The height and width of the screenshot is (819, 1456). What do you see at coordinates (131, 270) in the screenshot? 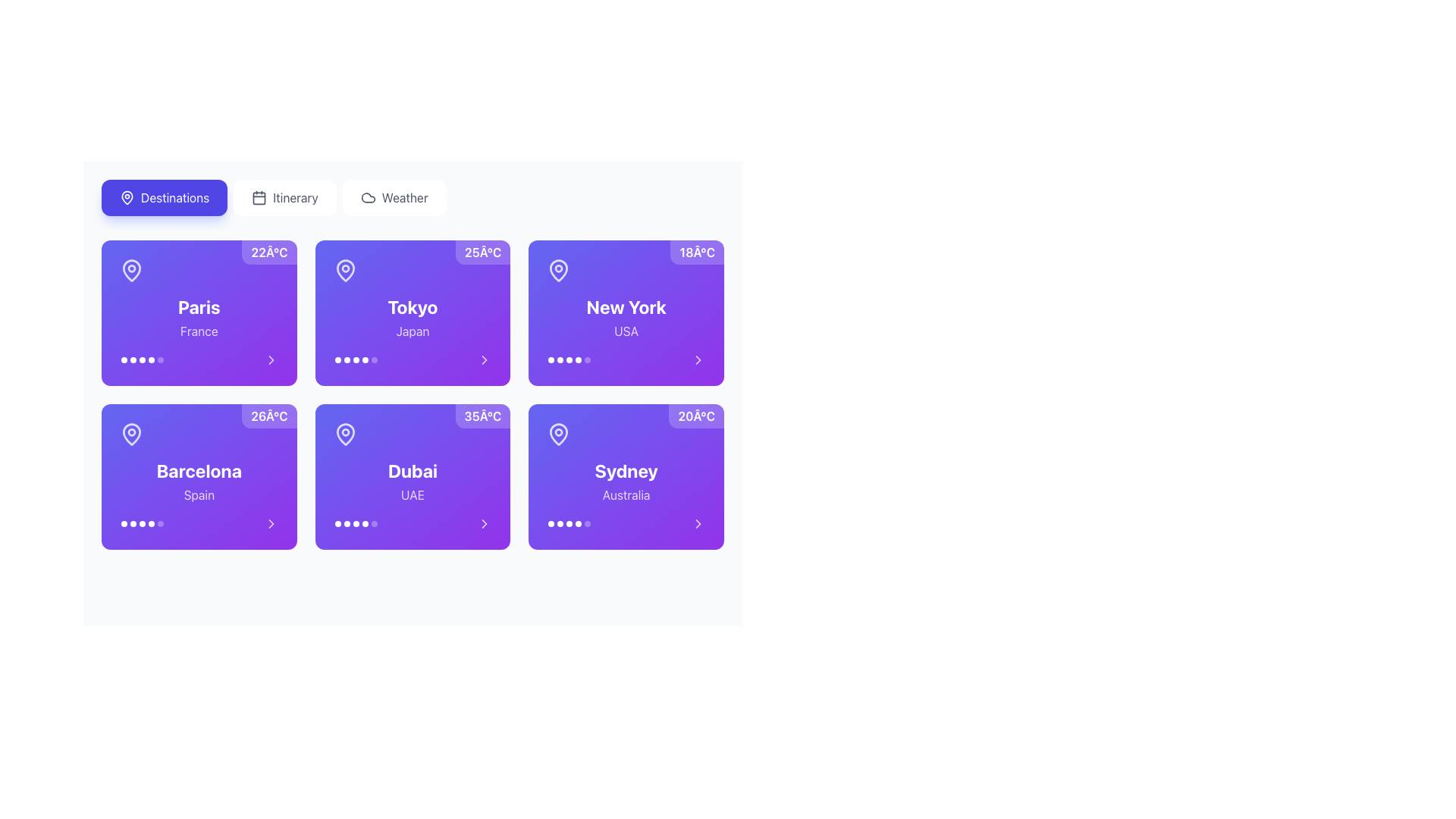
I see `the context of the 'Paris' card by interacting with the pin icon located in the upper-left portion of the card` at bounding box center [131, 270].